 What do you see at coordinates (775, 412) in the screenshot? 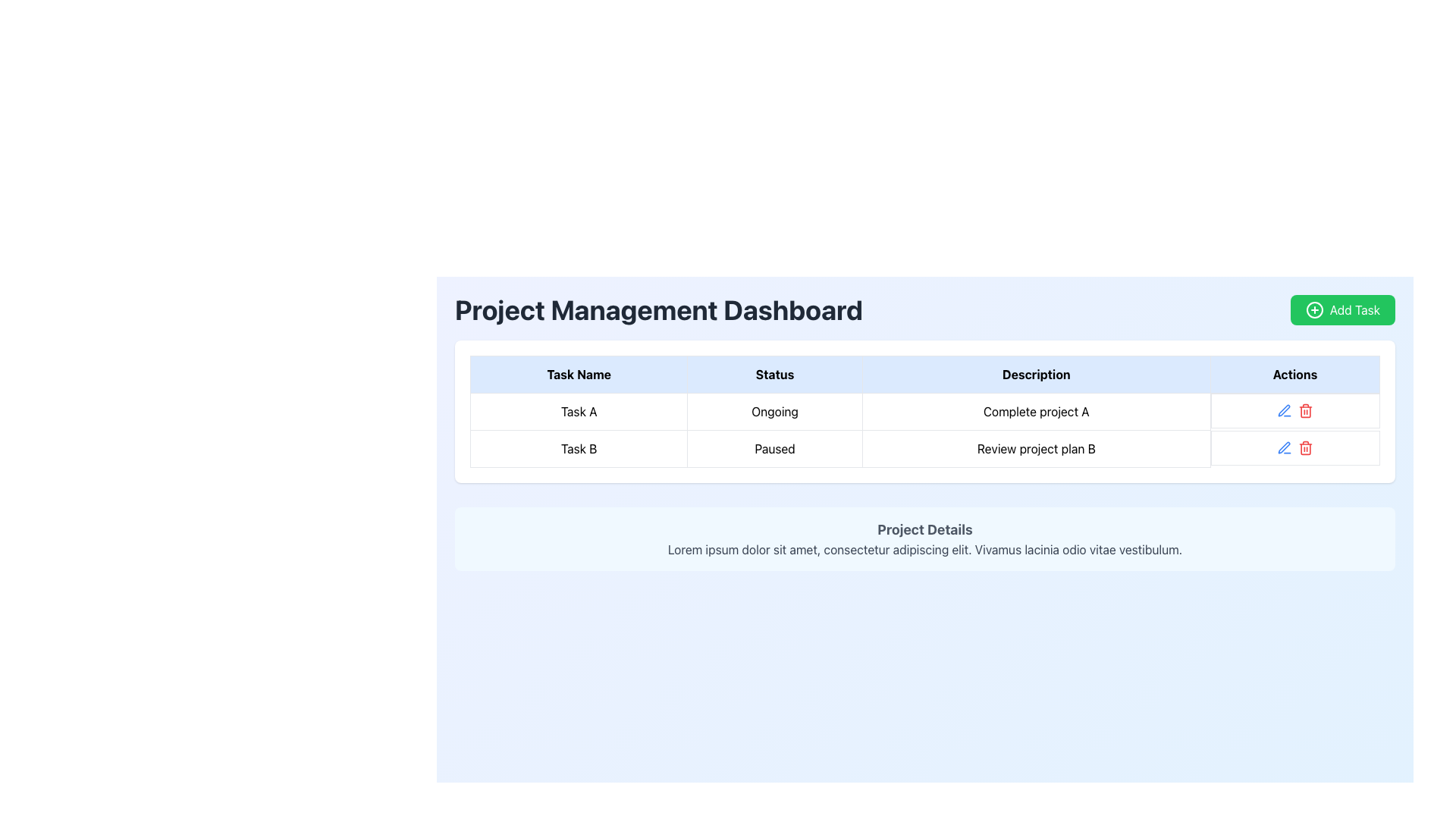
I see `the status indicator text label for 'Task A'` at bounding box center [775, 412].